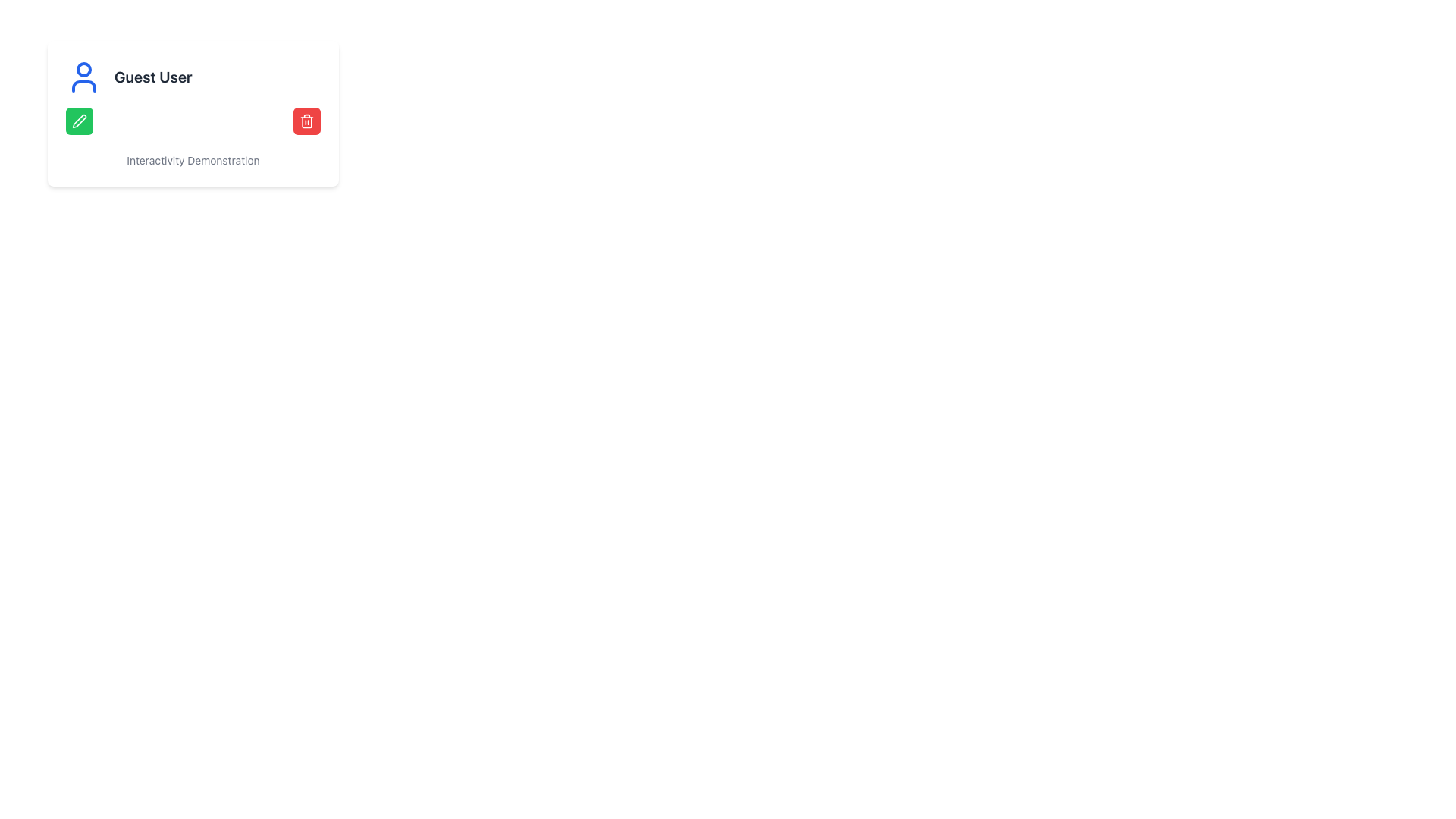 Image resolution: width=1456 pixels, height=819 pixels. What do you see at coordinates (306, 120) in the screenshot?
I see `the red trash bin icon located at the rightmost position within the card component` at bounding box center [306, 120].